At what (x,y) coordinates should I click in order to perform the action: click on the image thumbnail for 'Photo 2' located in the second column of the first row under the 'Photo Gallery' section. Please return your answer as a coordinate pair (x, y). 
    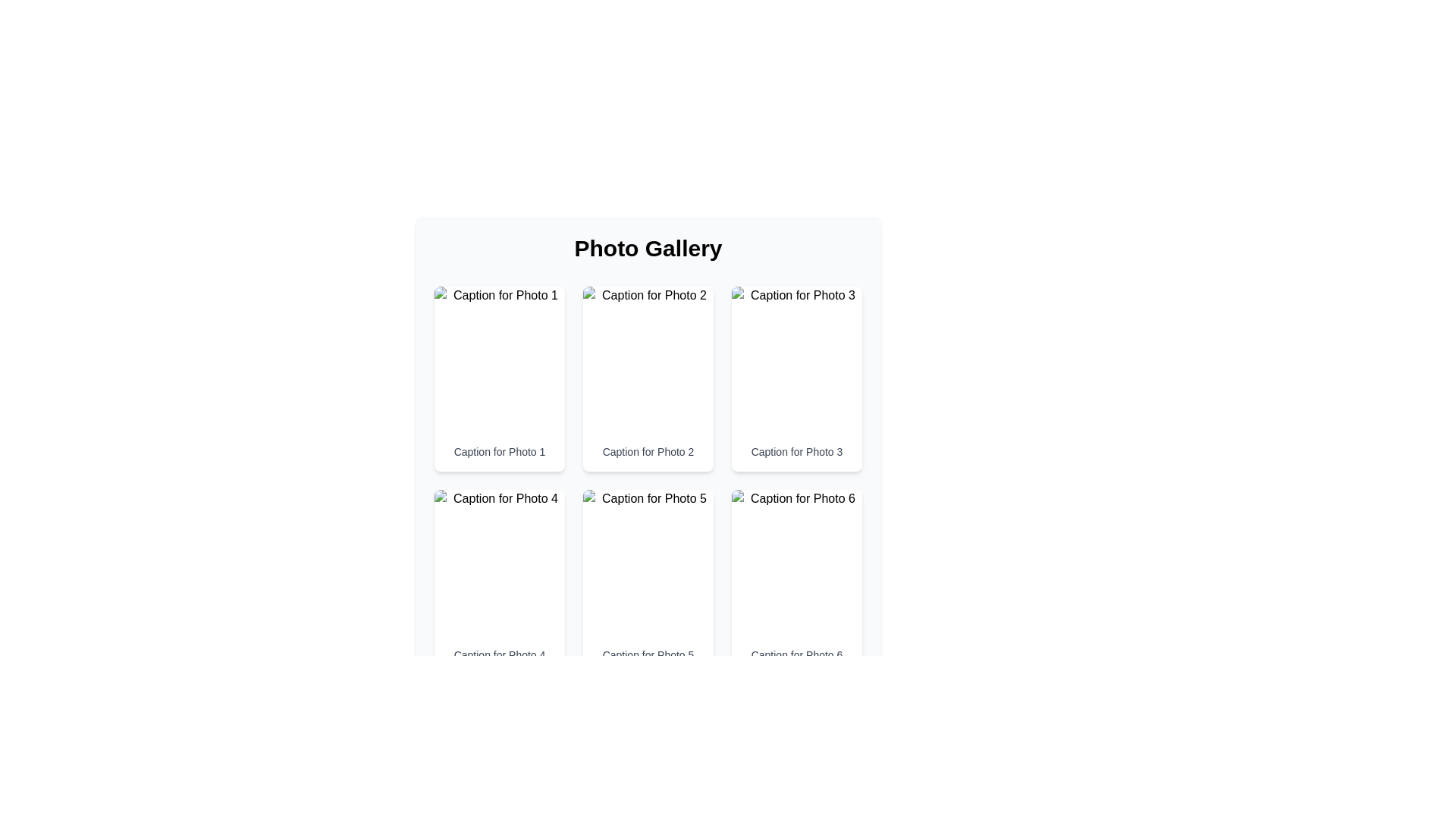
    Looking at the image, I should click on (648, 359).